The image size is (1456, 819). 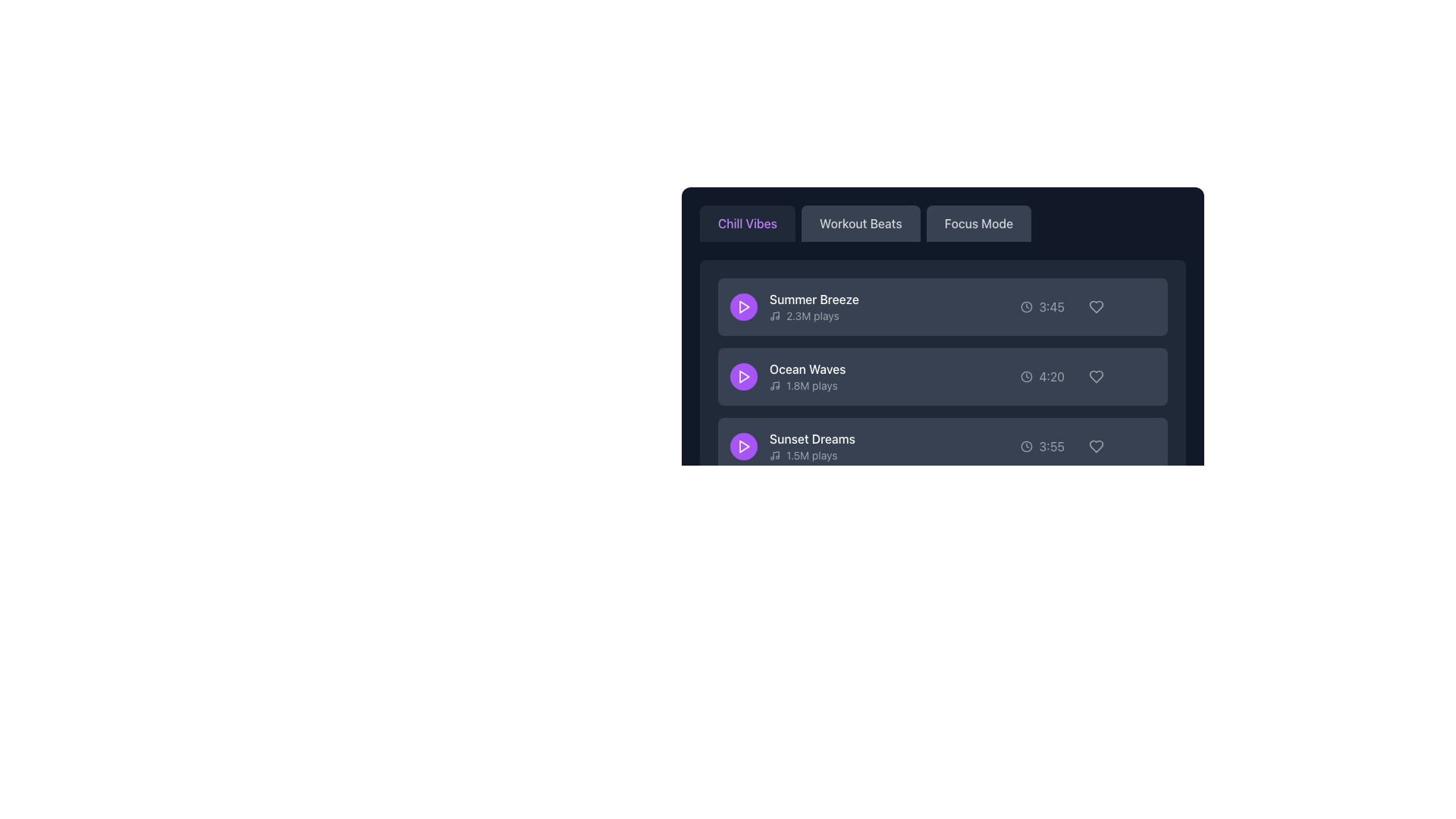 I want to click on the small gray music note icon, which is located to the left of the text '1.8M plays' under the 'Chill Vibes' section, associated with the 'Ocean Waves' track, so click(x=775, y=385).